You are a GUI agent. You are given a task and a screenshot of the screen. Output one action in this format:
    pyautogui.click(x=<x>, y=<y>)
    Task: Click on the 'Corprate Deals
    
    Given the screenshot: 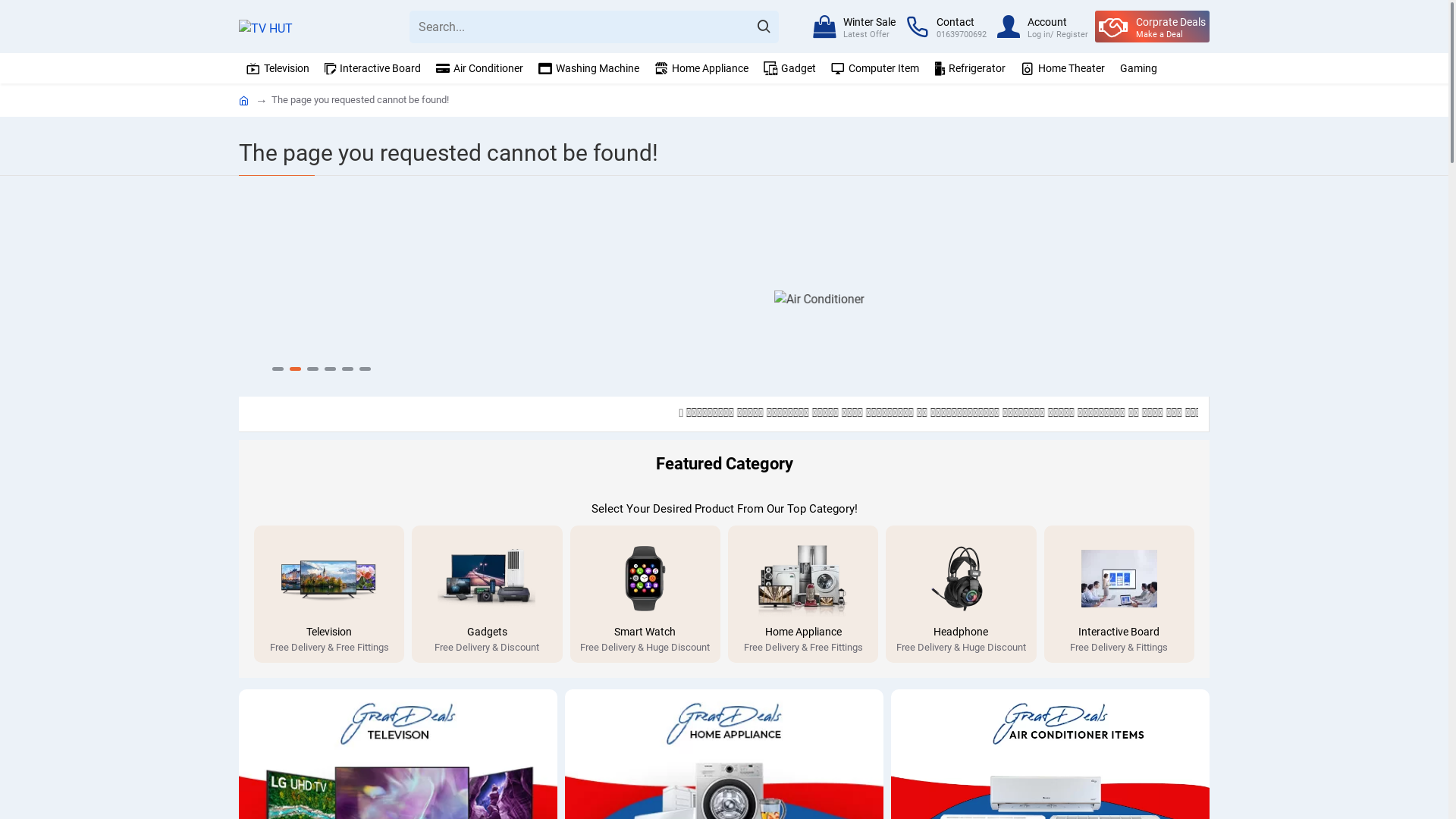 What is the action you would take?
    pyautogui.click(x=1152, y=26)
    